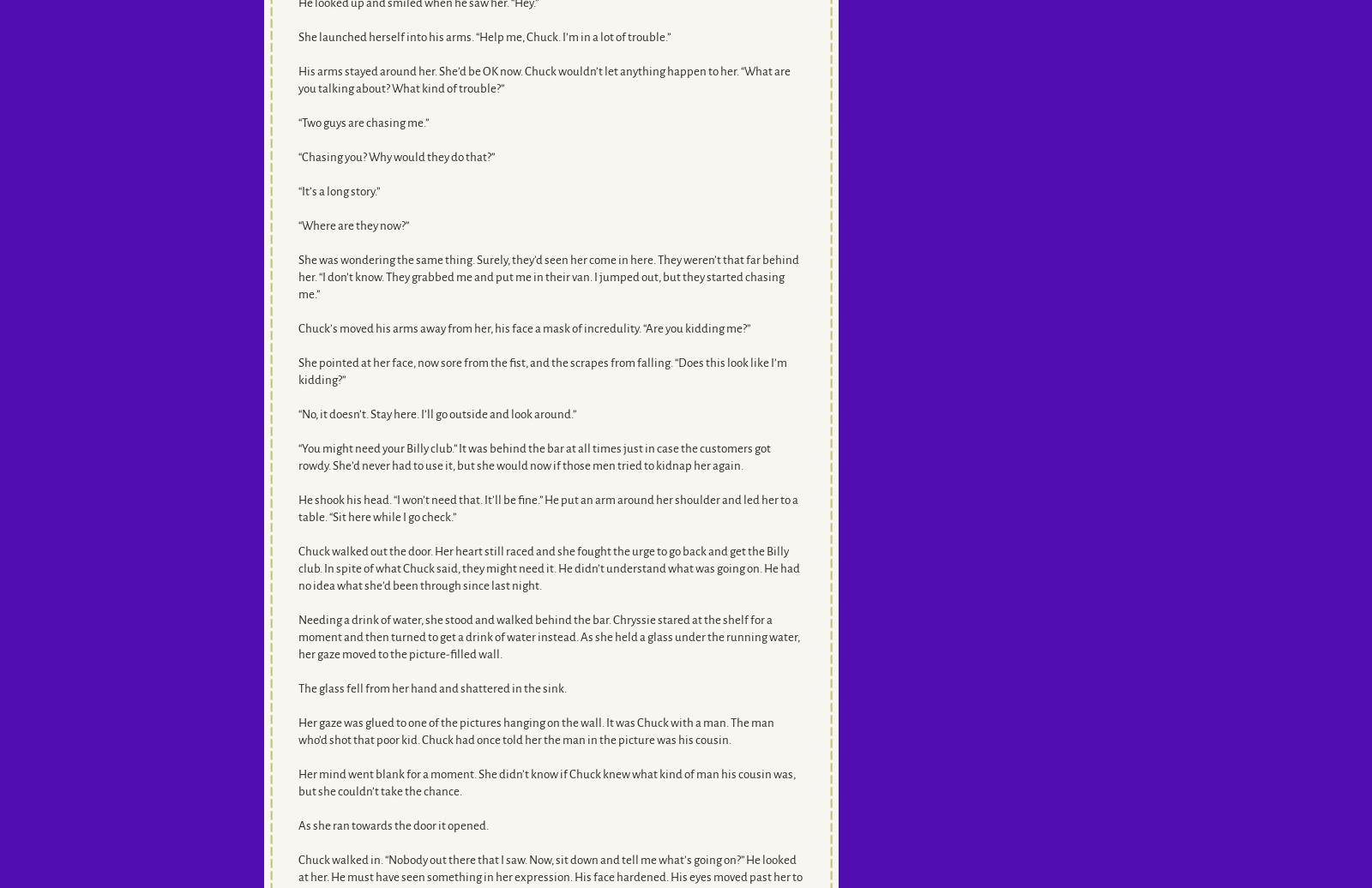 This screenshot has width=1372, height=888. I want to click on '“No, it doesn’t. Stay here. I’ll go outside and look around.”', so click(435, 414).